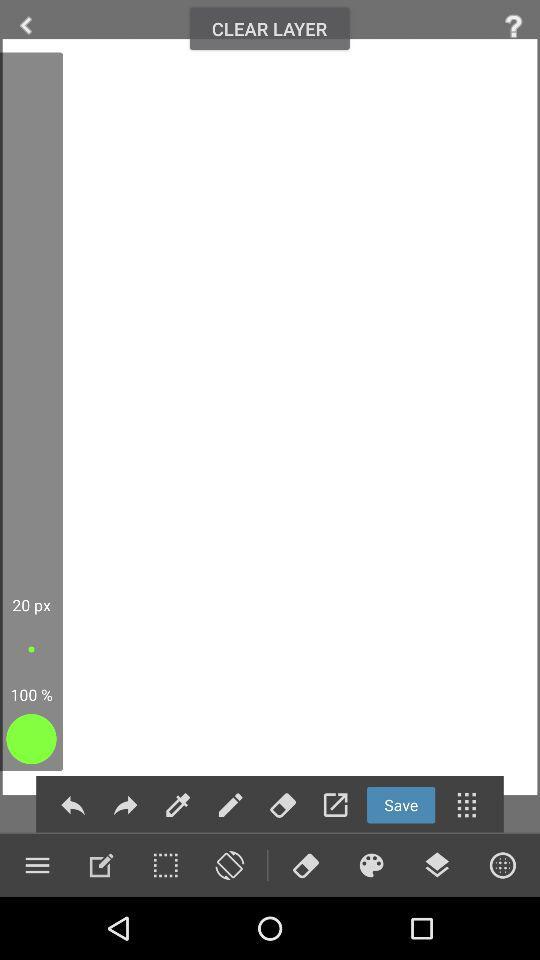  What do you see at coordinates (100, 864) in the screenshot?
I see `zooming` at bounding box center [100, 864].